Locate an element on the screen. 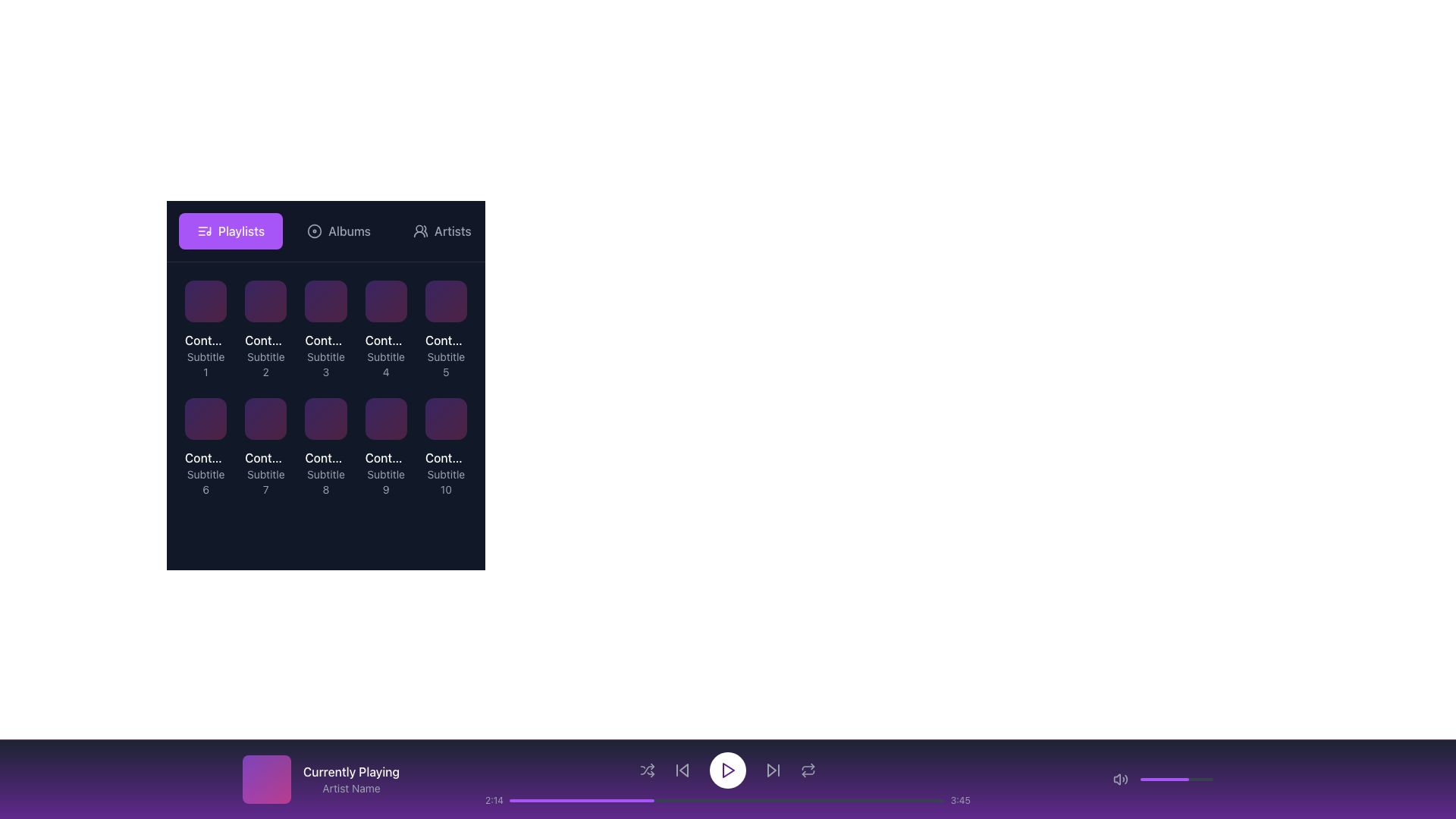 Image resolution: width=1456 pixels, height=819 pixels. progress is located at coordinates (535, 800).